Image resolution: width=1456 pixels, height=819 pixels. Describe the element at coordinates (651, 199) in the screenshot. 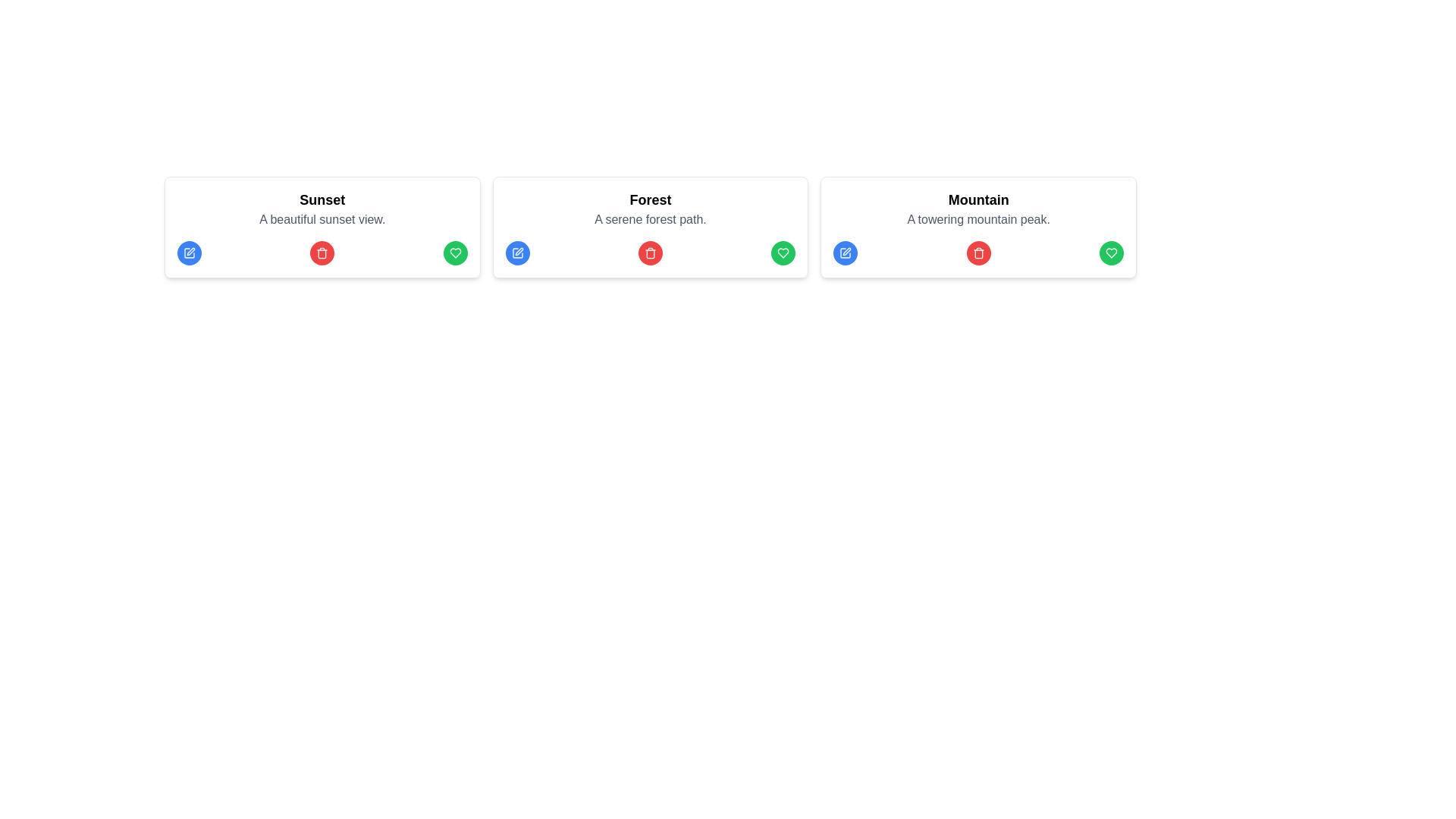

I see `the text label that serves as the primary title for the middle card in a triplet layout, indicating the theme or subject of the card content` at that location.